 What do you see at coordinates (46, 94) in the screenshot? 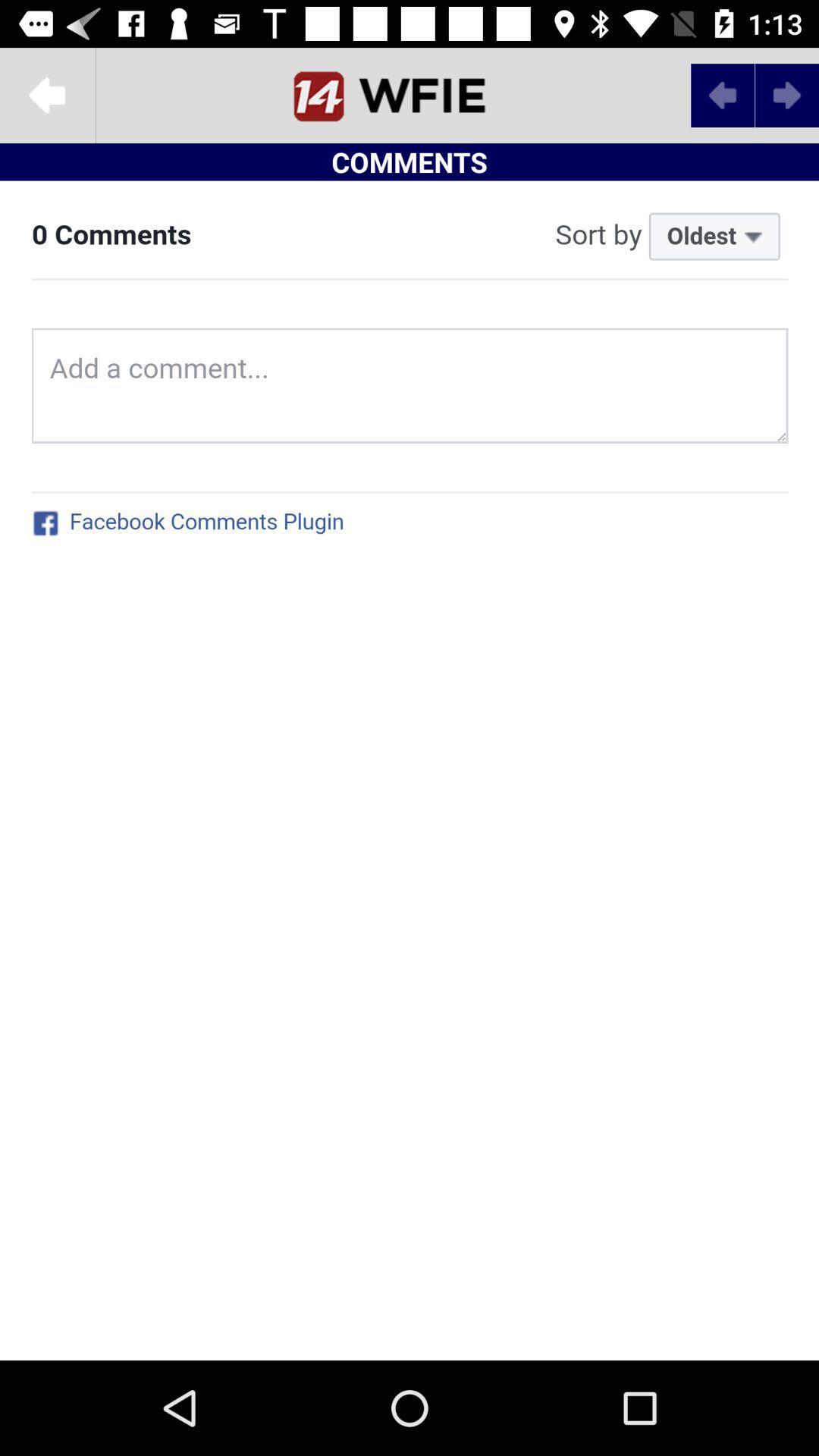
I see `go back` at bounding box center [46, 94].